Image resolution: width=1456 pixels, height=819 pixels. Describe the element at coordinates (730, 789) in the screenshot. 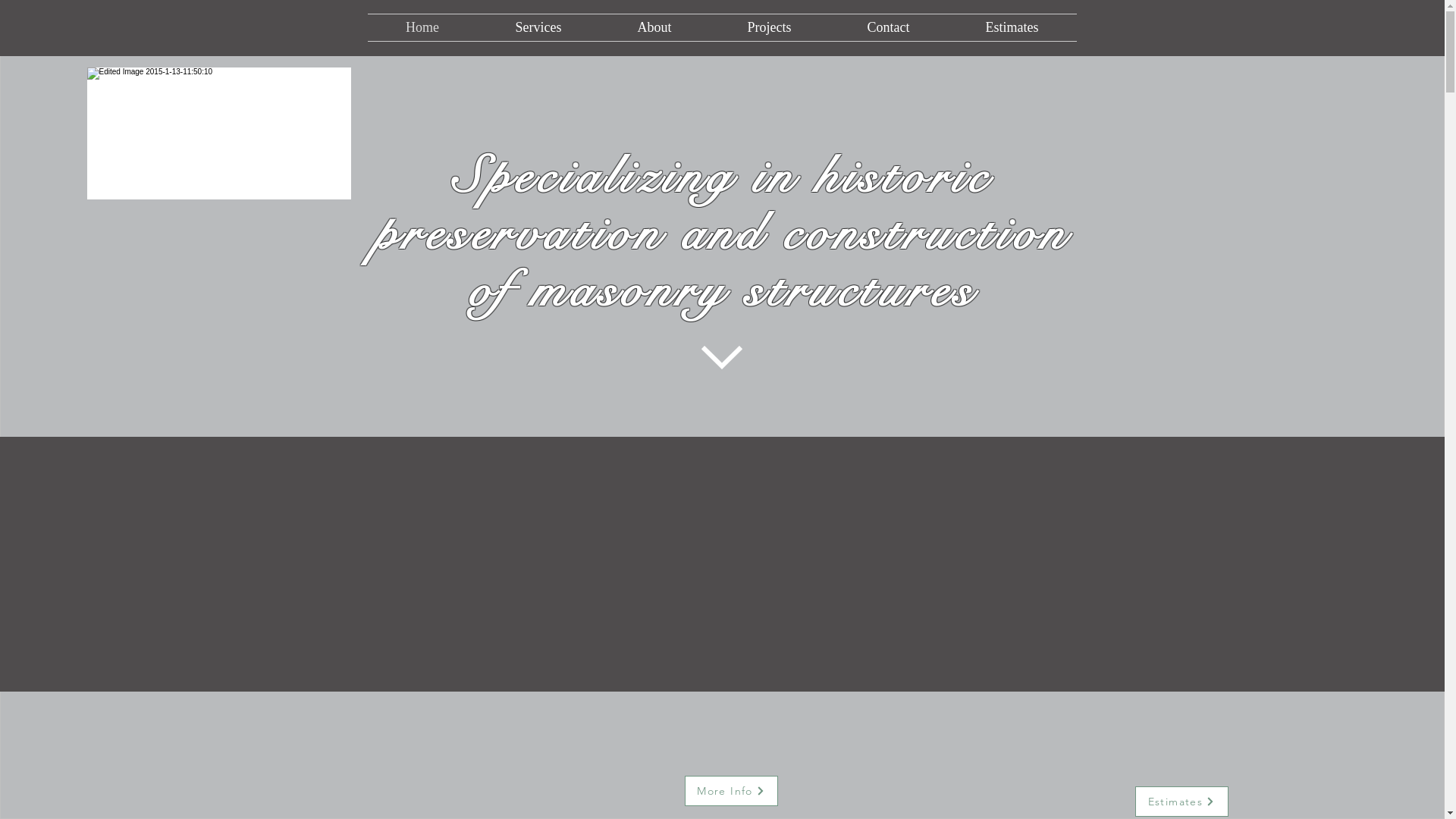

I see `'More Info'` at that location.